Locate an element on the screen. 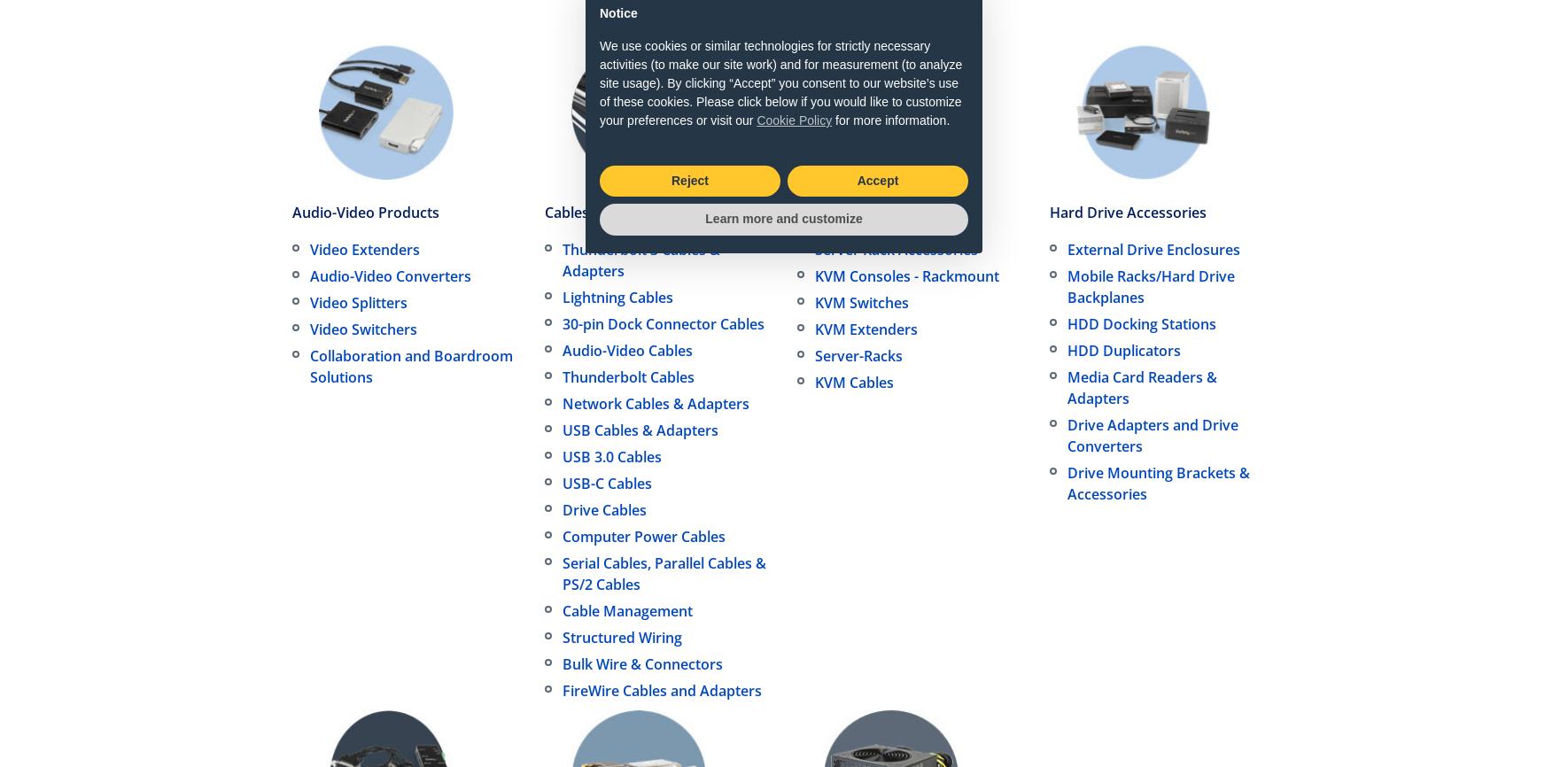 This screenshot has width=1568, height=767. 'Video Extenders' is located at coordinates (364, 248).